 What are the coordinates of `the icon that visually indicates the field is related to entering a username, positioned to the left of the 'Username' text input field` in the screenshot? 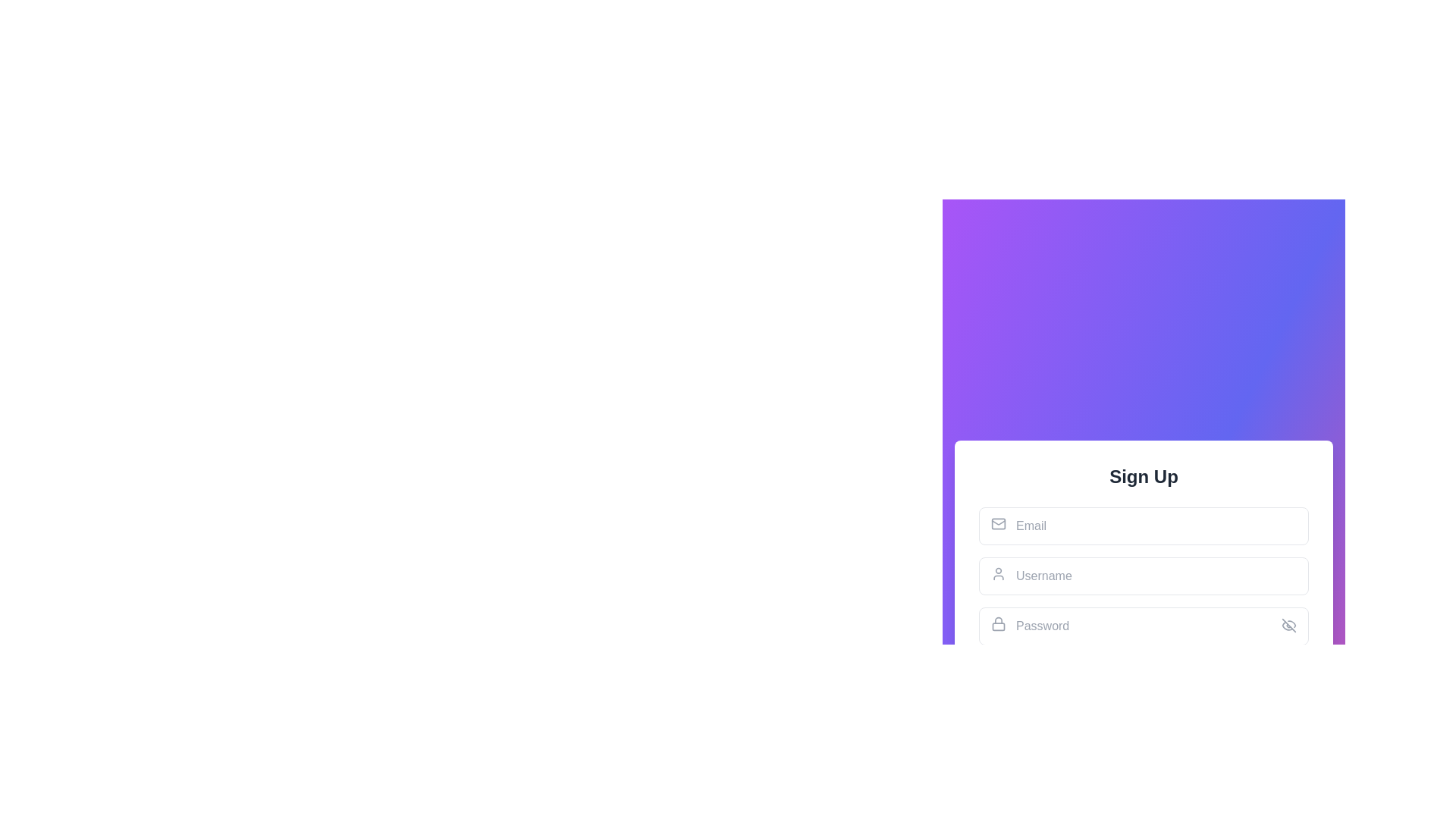 It's located at (998, 573).